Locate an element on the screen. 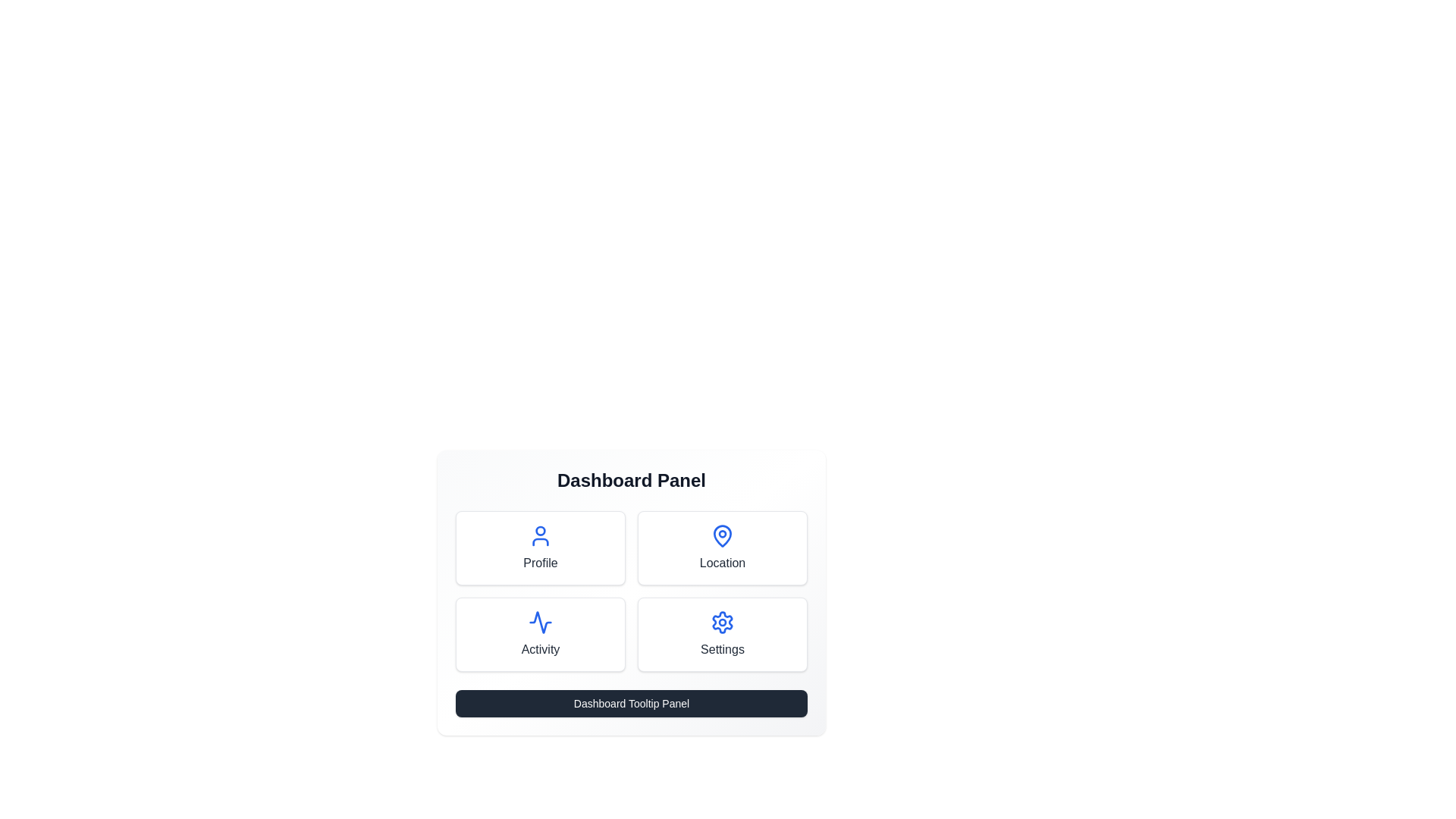  the blue waveform icon located at the top of the 'Activity' card in the lower-left section of the dashboard interface is located at coordinates (541, 623).